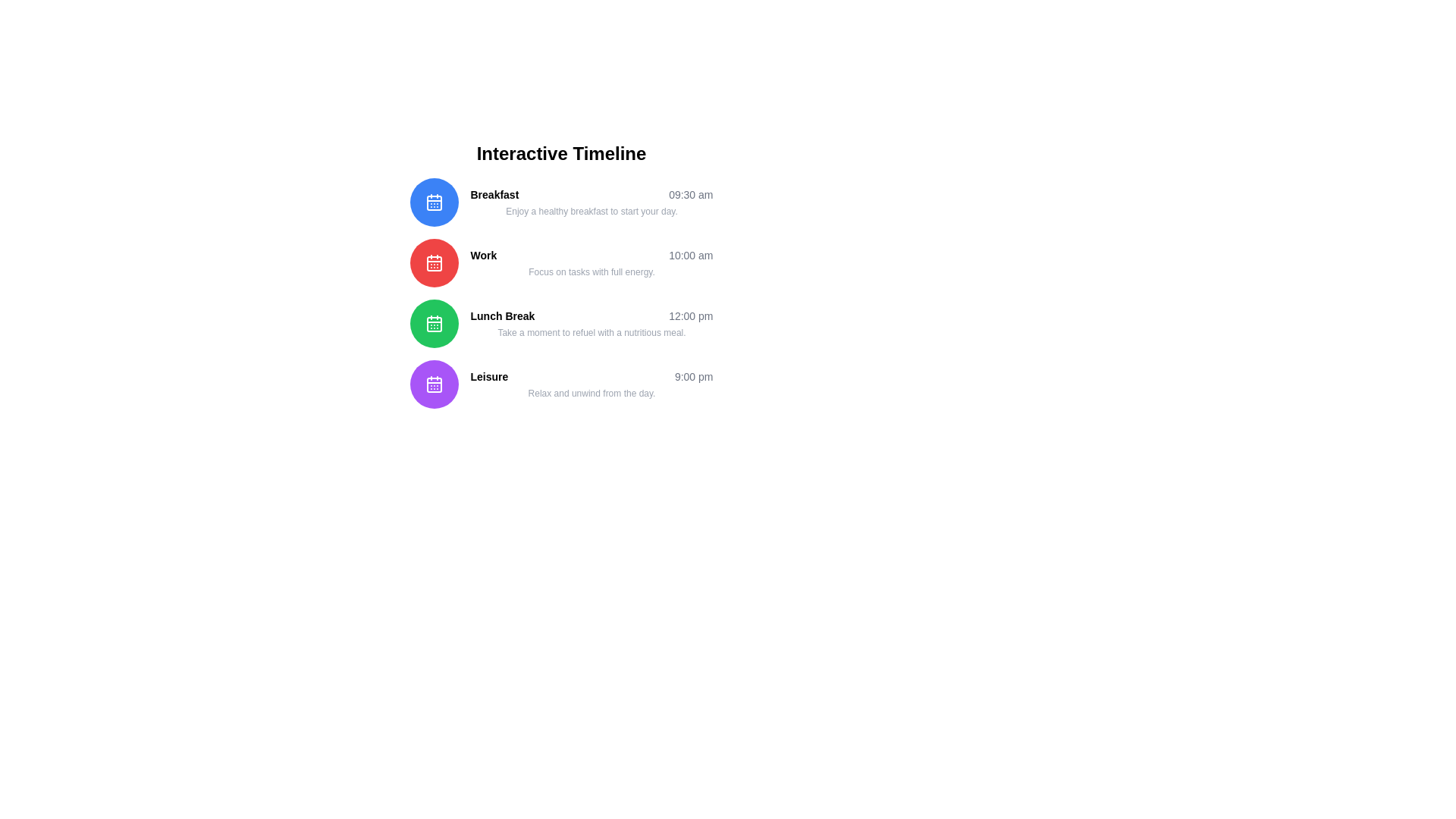 The image size is (1456, 819). I want to click on the white square with rounded corners that is inside the blue circular background, representing the 'Breakfast' schedule entry, so click(433, 202).